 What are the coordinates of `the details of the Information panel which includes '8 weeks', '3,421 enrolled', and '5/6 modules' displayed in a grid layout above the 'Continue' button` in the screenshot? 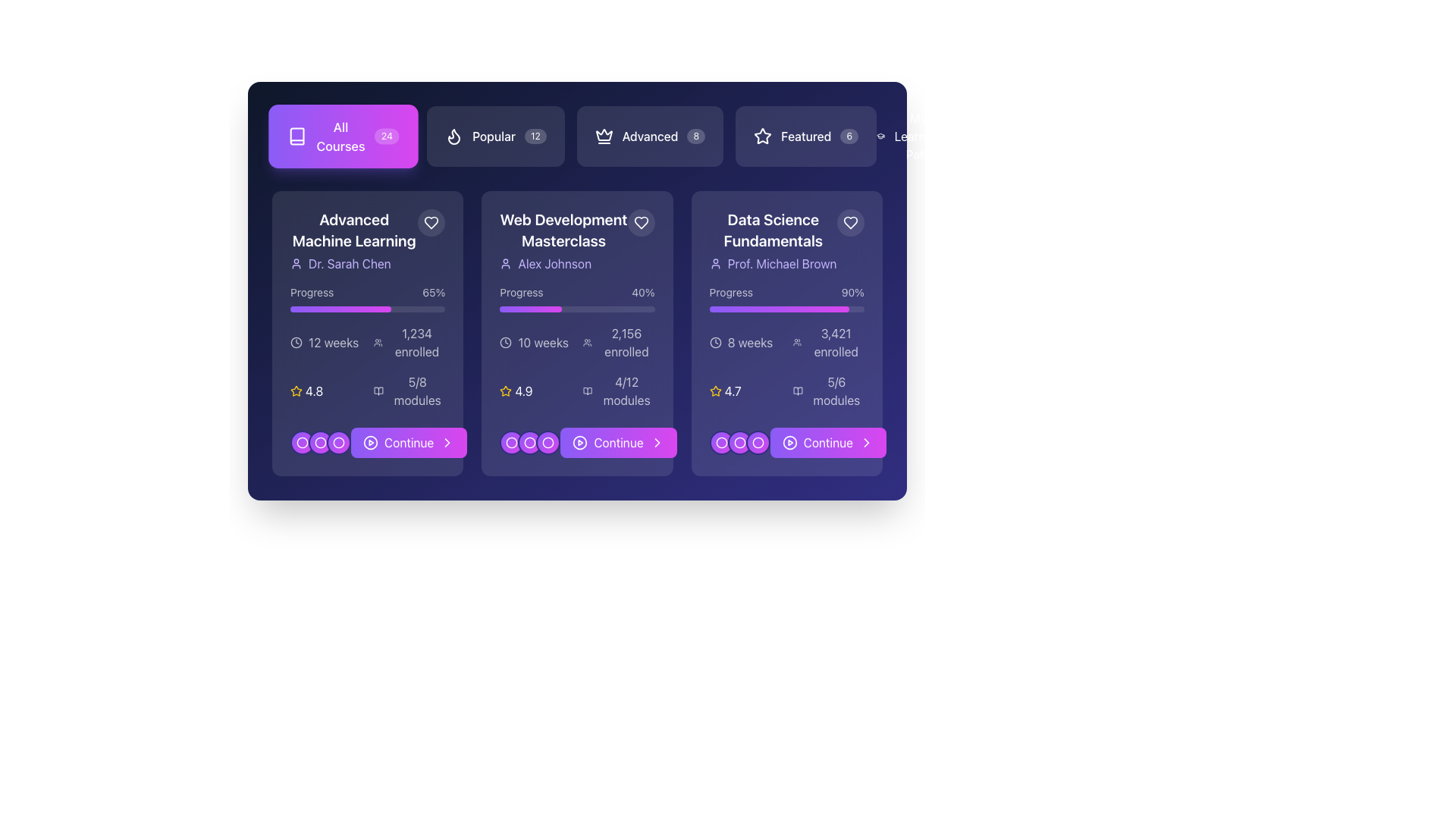 It's located at (786, 366).